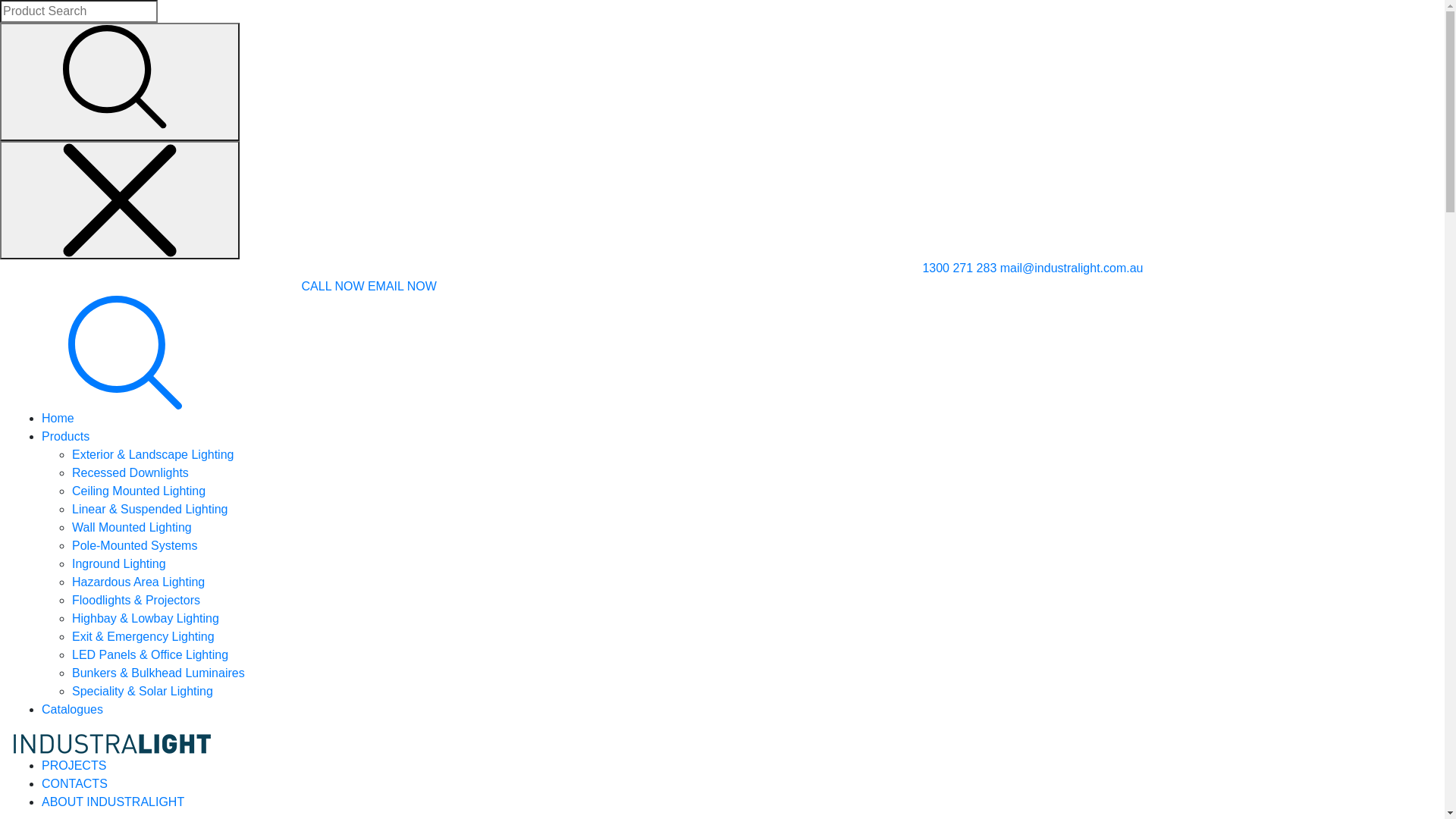 This screenshot has width=1456, height=819. What do you see at coordinates (152, 453) in the screenshot?
I see `'Exterior & Landscape Lighting'` at bounding box center [152, 453].